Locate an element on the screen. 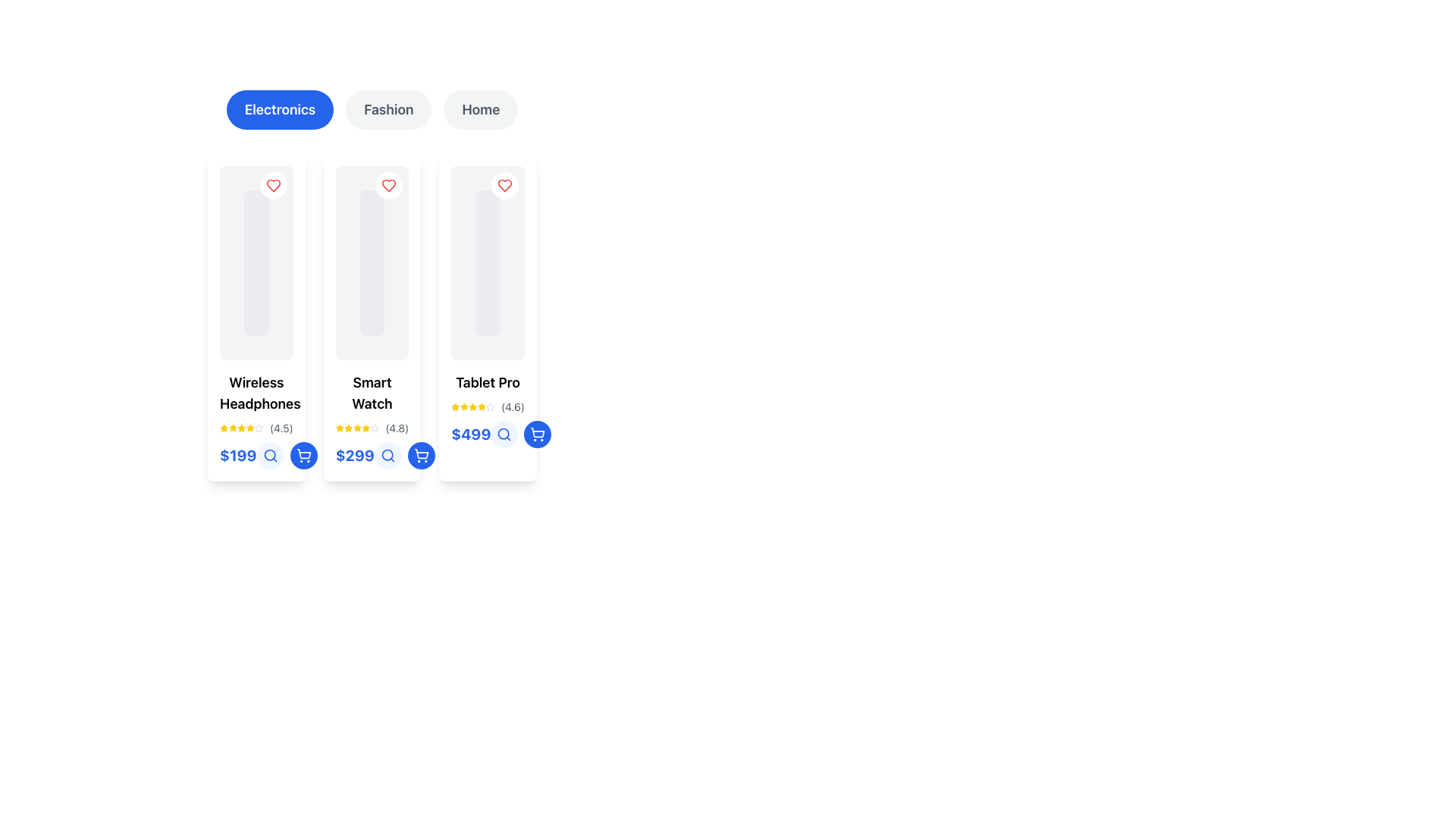 This screenshot has height=819, width=1456. the blue-colored text displaying '$499' to interact with it is located at coordinates (488, 435).